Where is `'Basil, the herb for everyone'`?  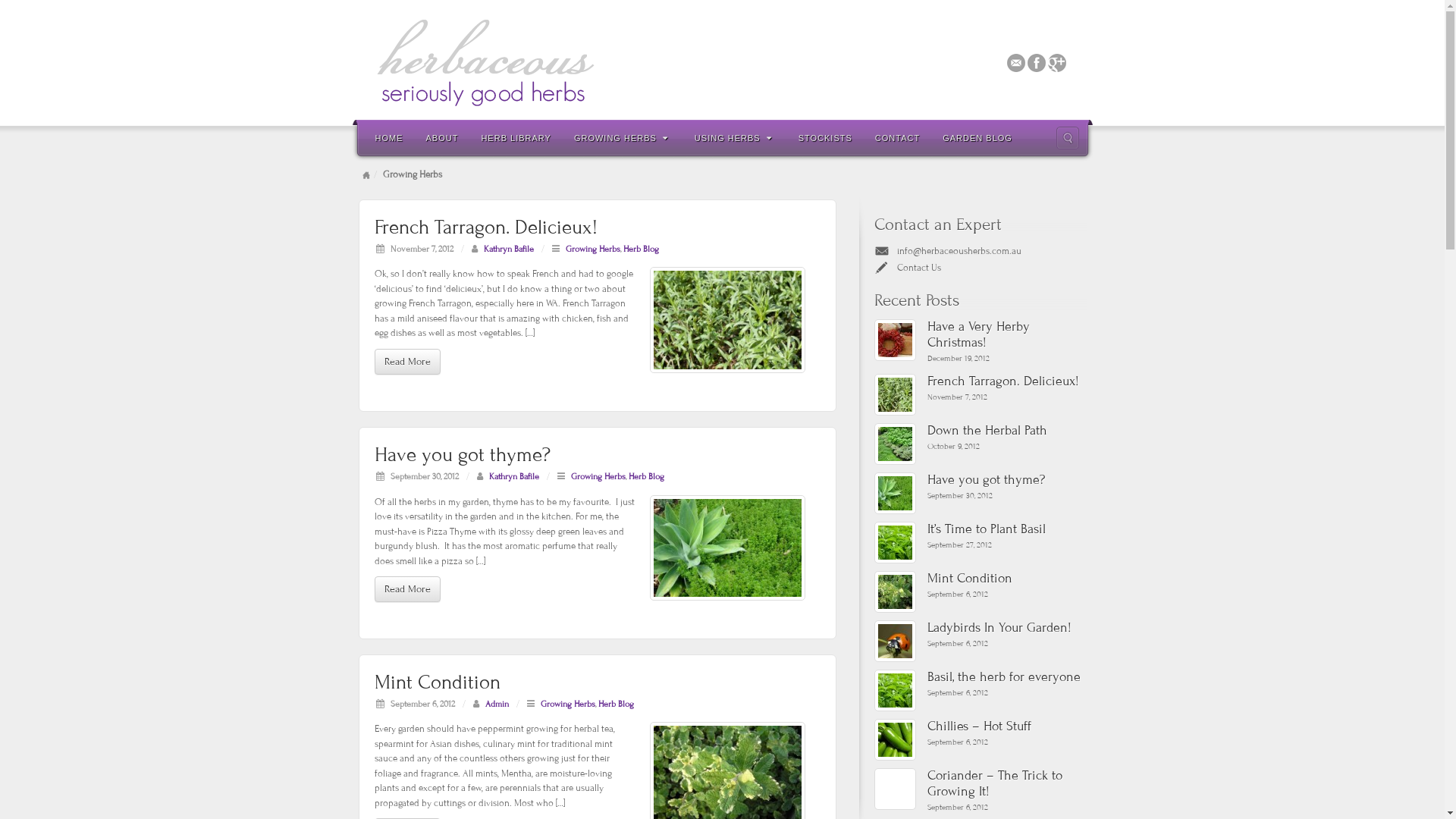
'Basil, the herb for everyone' is located at coordinates (926, 676).